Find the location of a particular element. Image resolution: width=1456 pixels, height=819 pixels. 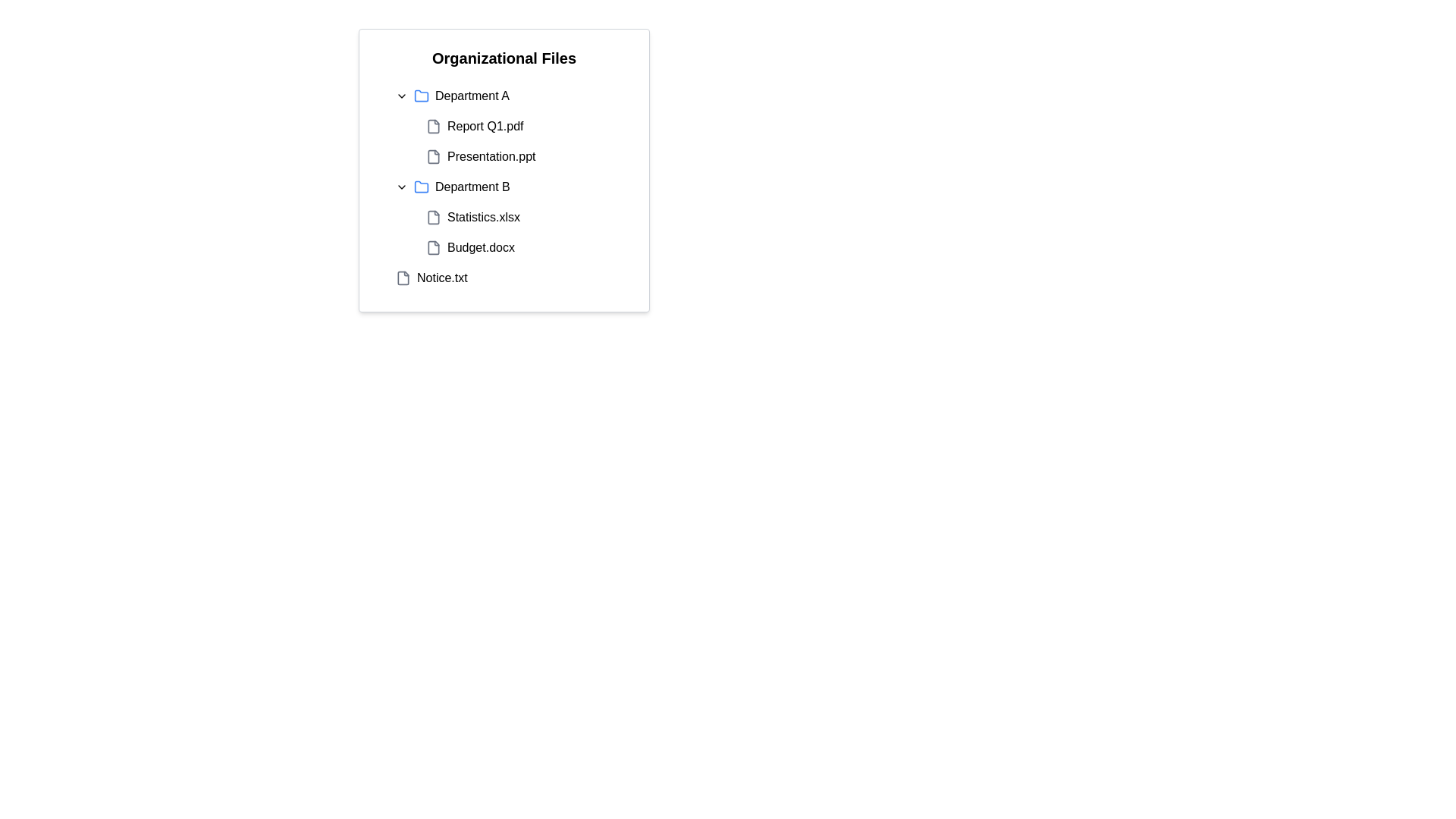

the interactive list item labeled 'Report Q1.pdf' located in the 'Department A' section is located at coordinates (519, 125).